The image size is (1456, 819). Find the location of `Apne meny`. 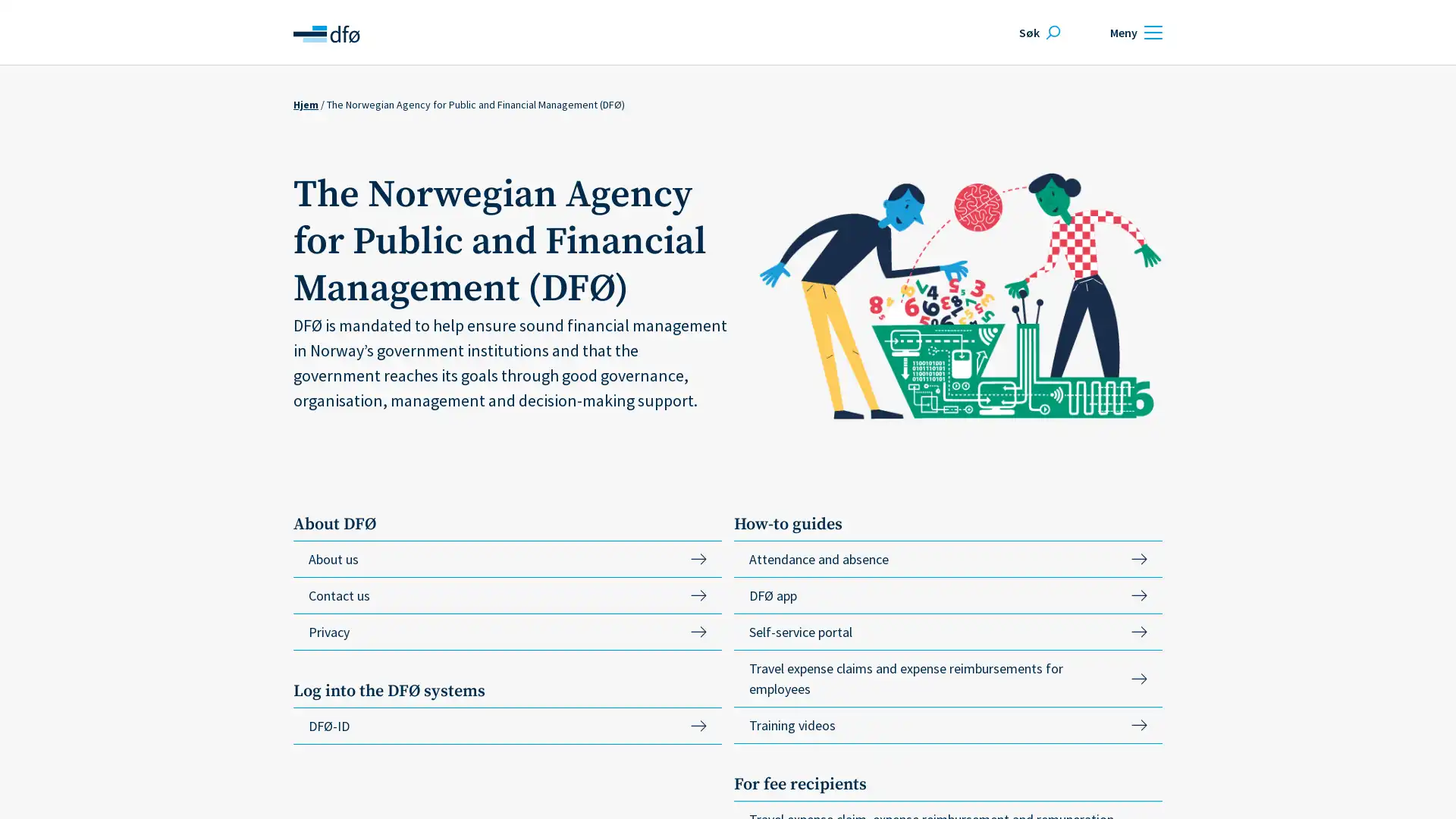

Apne meny is located at coordinates (1134, 32).